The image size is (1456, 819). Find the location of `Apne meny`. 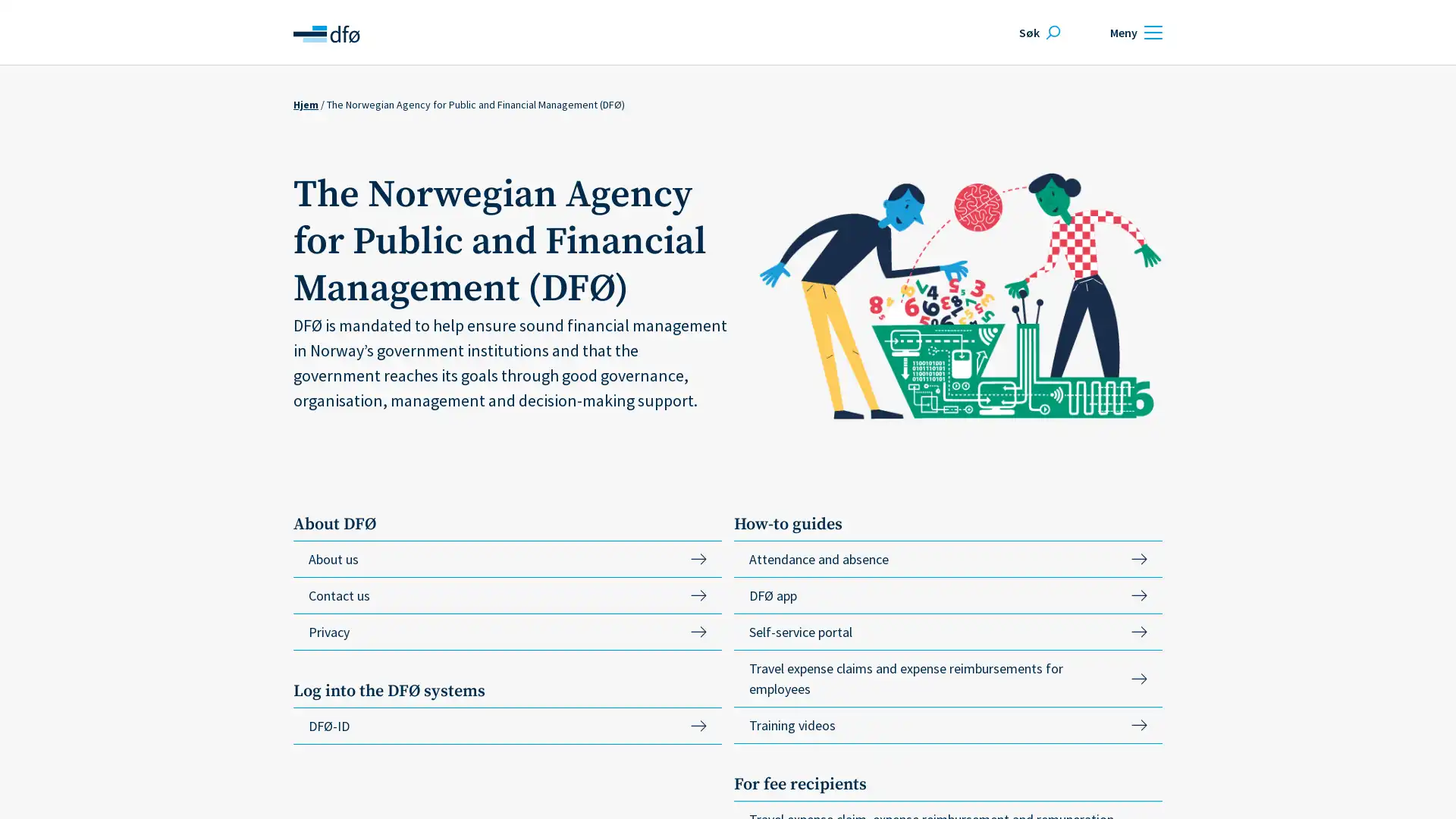

Apne meny is located at coordinates (1134, 32).